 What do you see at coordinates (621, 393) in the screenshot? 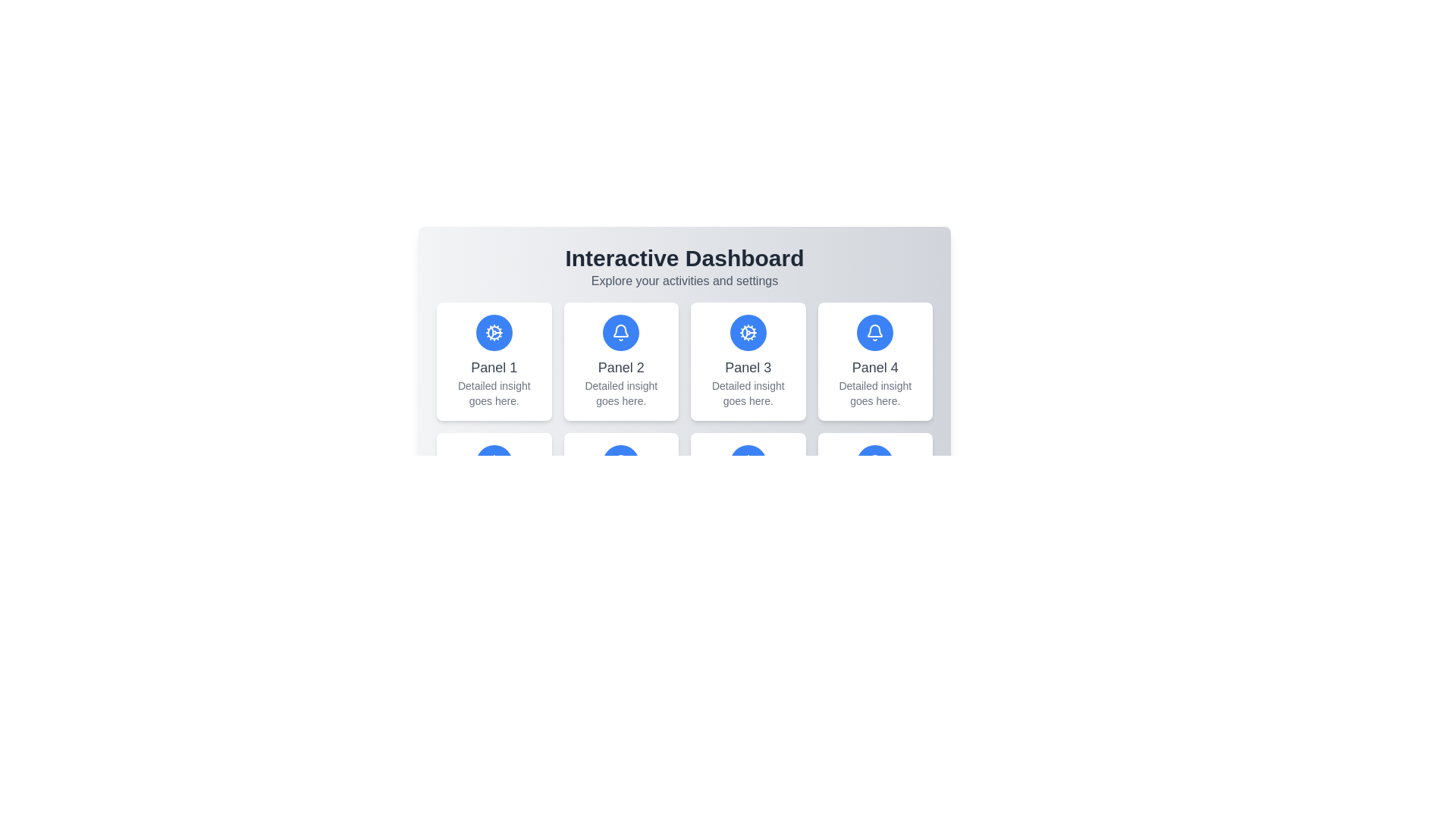
I see `descriptive text located within the card labeled 'Panel 2', positioned below the title of the card` at bounding box center [621, 393].